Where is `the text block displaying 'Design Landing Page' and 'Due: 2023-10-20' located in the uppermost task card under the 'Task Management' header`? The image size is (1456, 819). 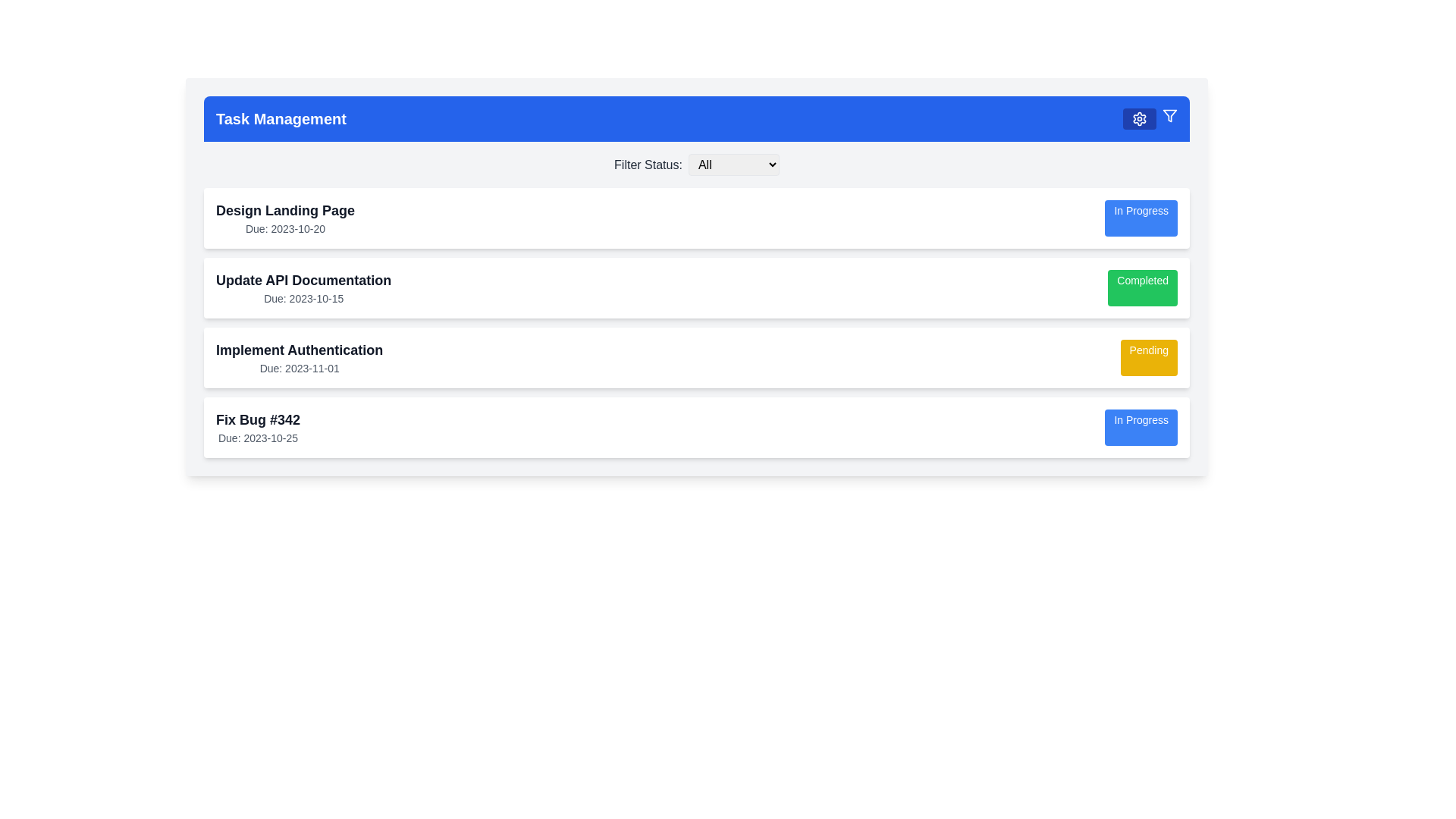 the text block displaying 'Design Landing Page' and 'Due: 2023-10-20' located in the uppermost task card under the 'Task Management' header is located at coordinates (285, 218).